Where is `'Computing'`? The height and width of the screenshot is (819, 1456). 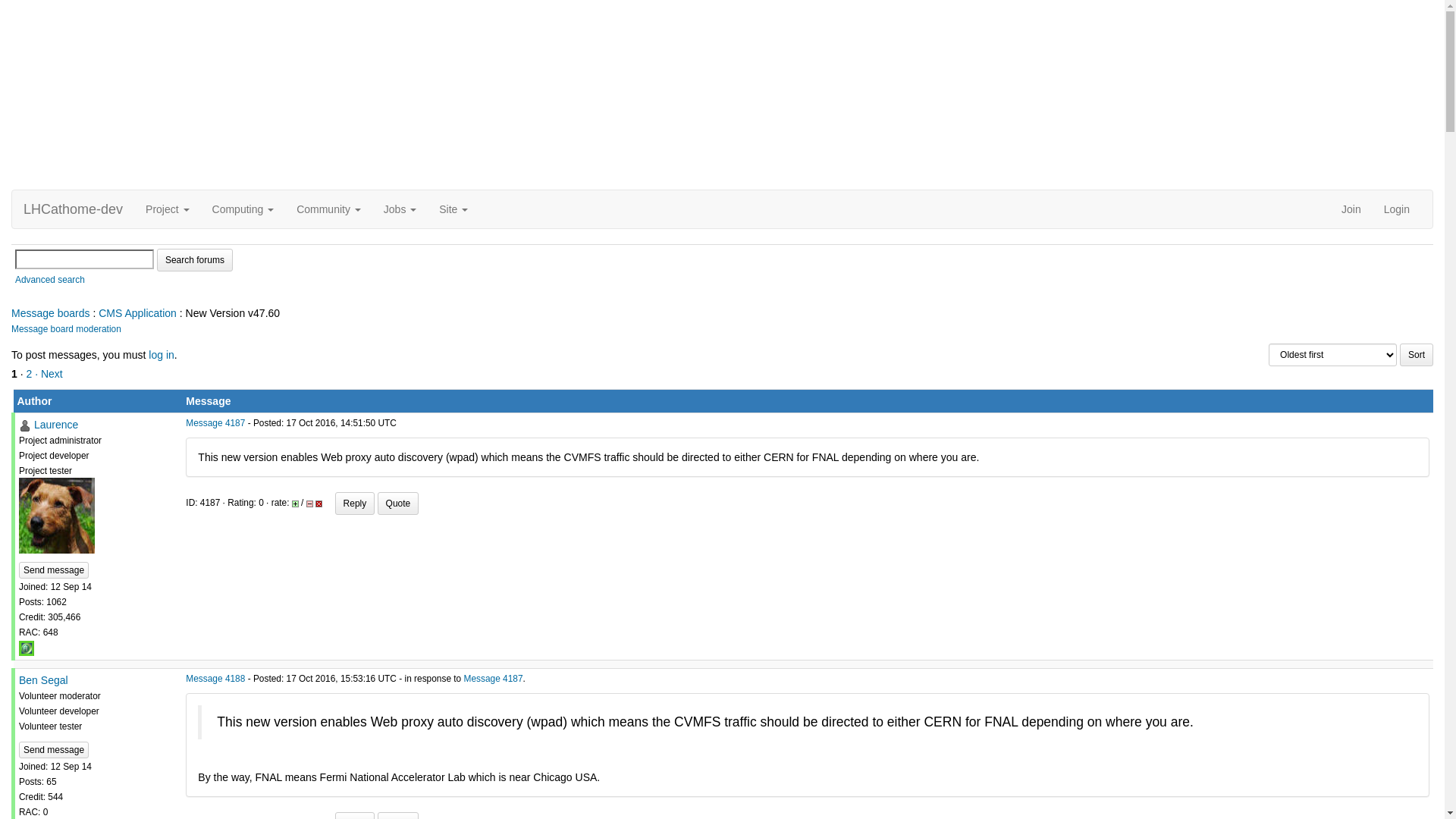 'Computing' is located at coordinates (199, 209).